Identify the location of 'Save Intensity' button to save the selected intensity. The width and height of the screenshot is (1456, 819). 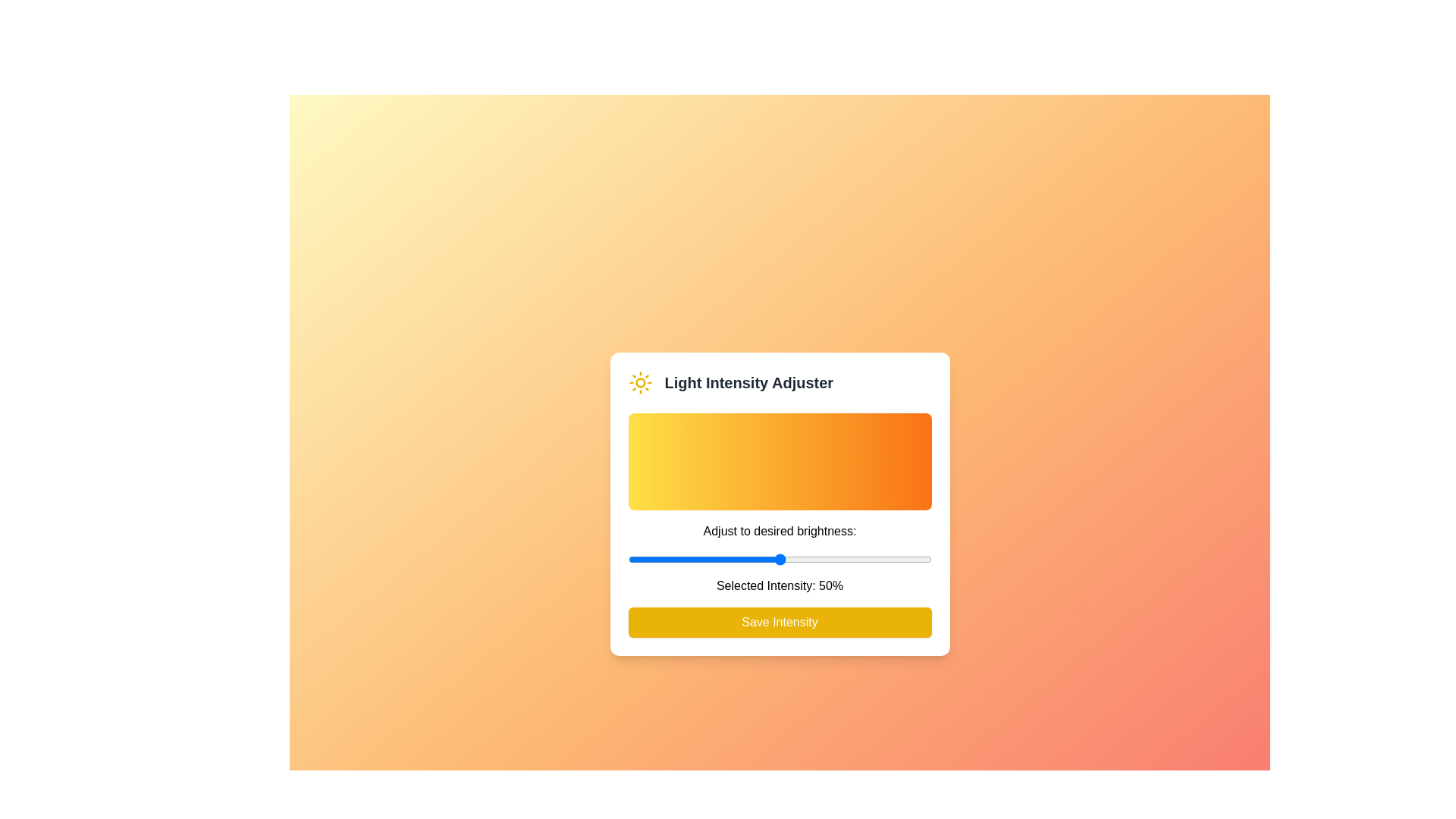
(780, 623).